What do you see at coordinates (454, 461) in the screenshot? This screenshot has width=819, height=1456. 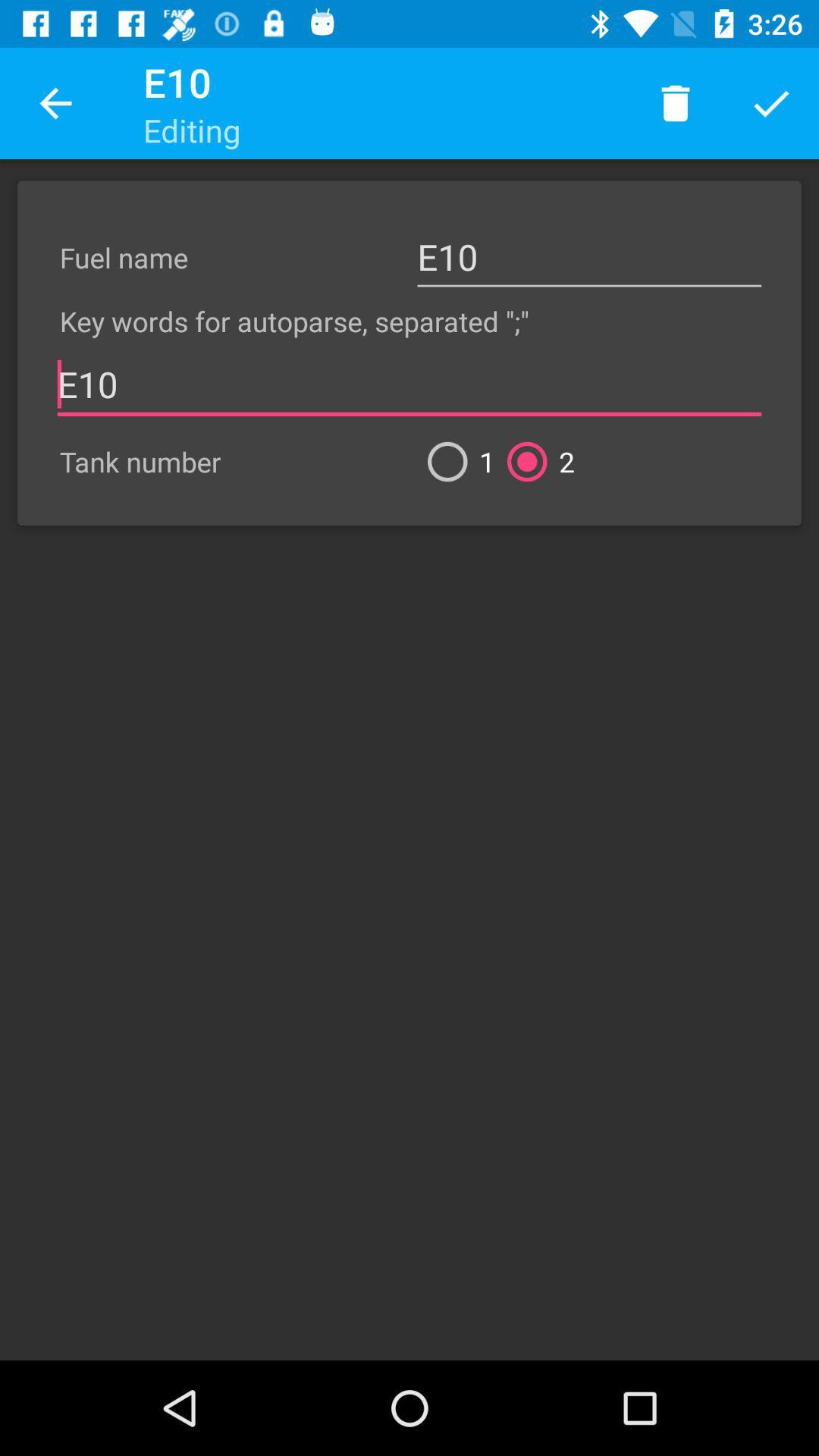 I see `the icon below e10 item` at bounding box center [454, 461].